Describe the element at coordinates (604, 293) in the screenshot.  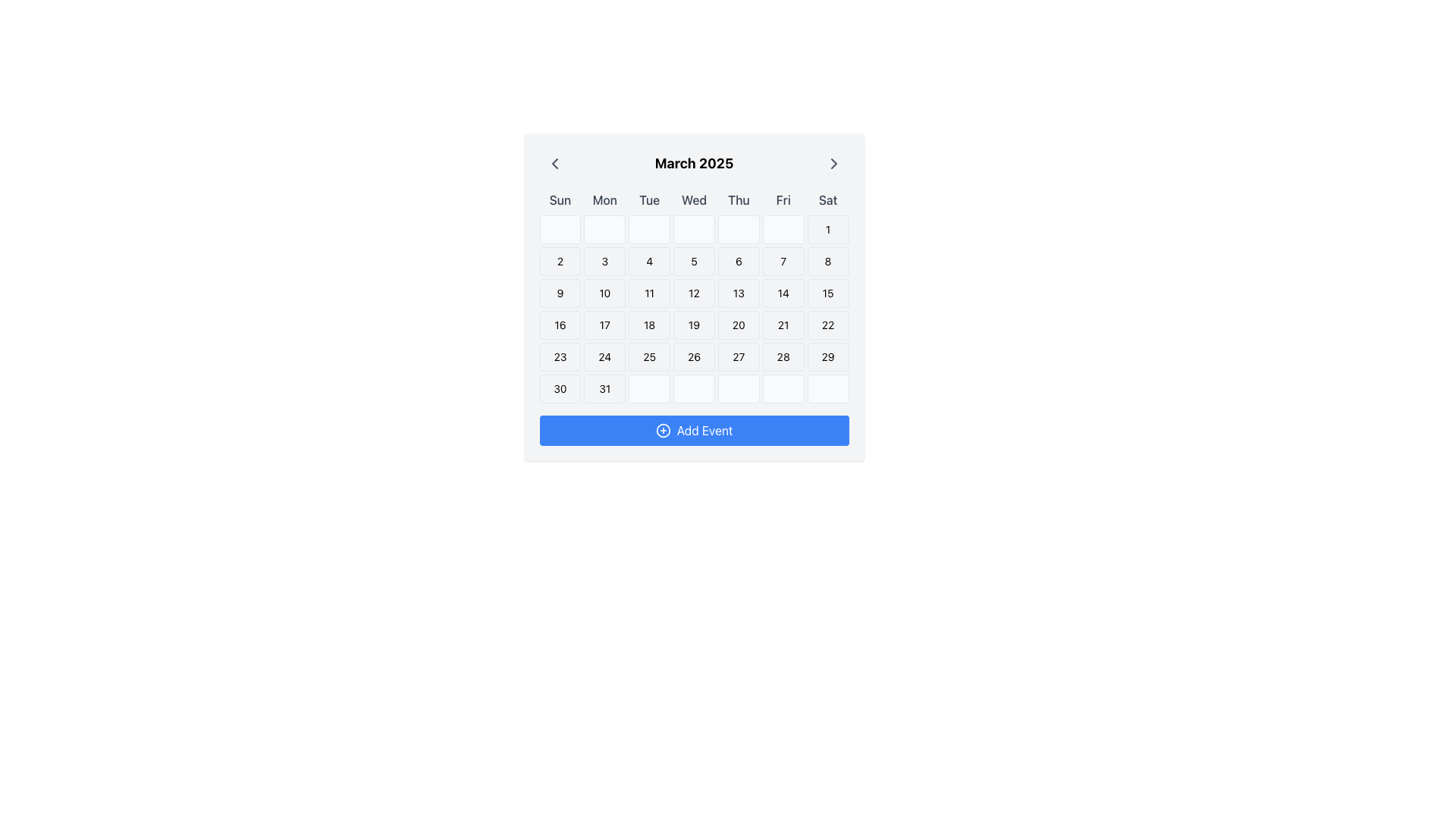
I see `the calendar day button representing the 10th day of the month, located in the fifth cell of the third row of the calendar grid` at that location.